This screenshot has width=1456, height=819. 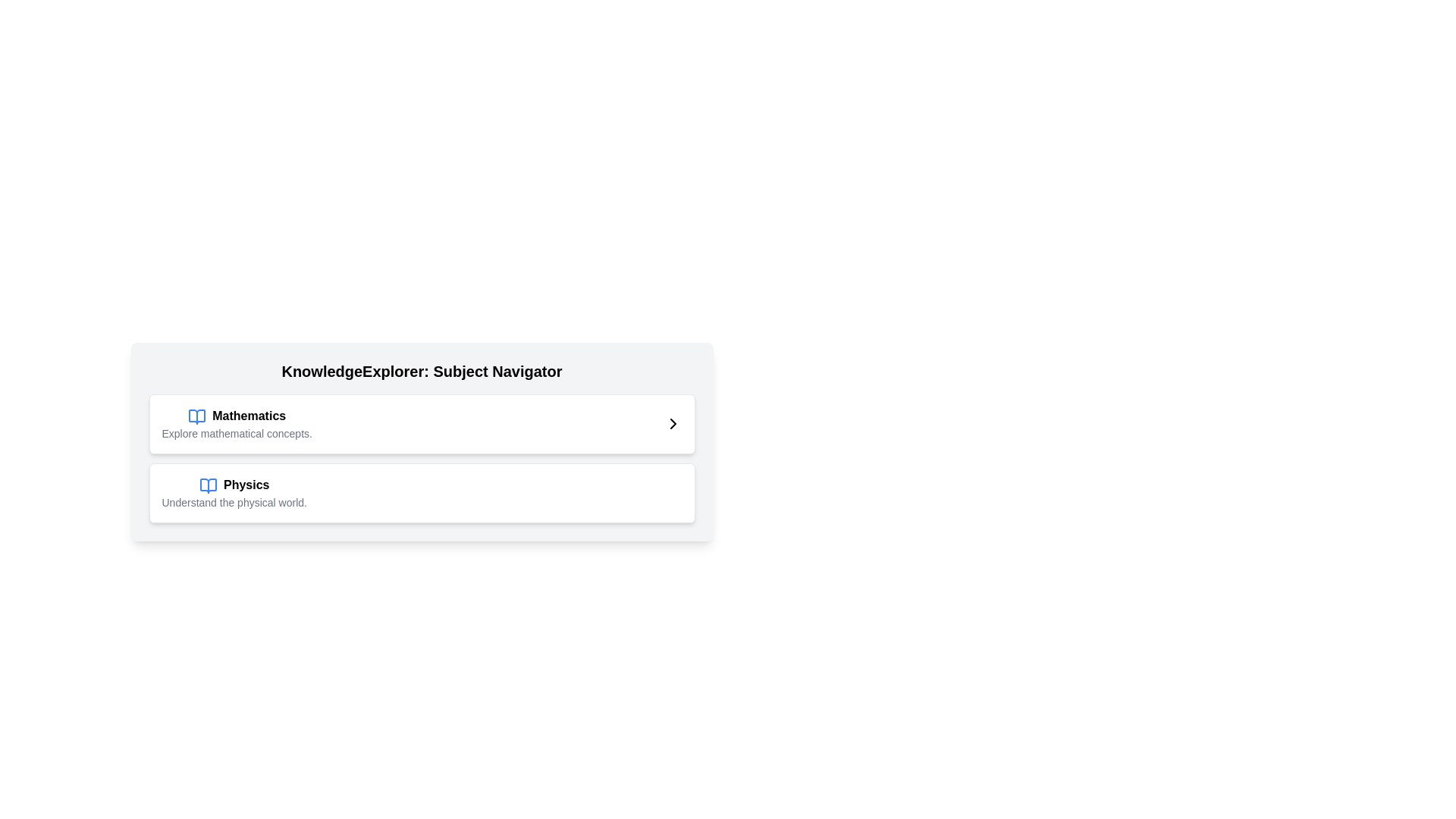 I want to click on the Text Label that serves as a title or heading for the subject of mathematics, located to the right of a blue open book icon, so click(x=249, y=416).